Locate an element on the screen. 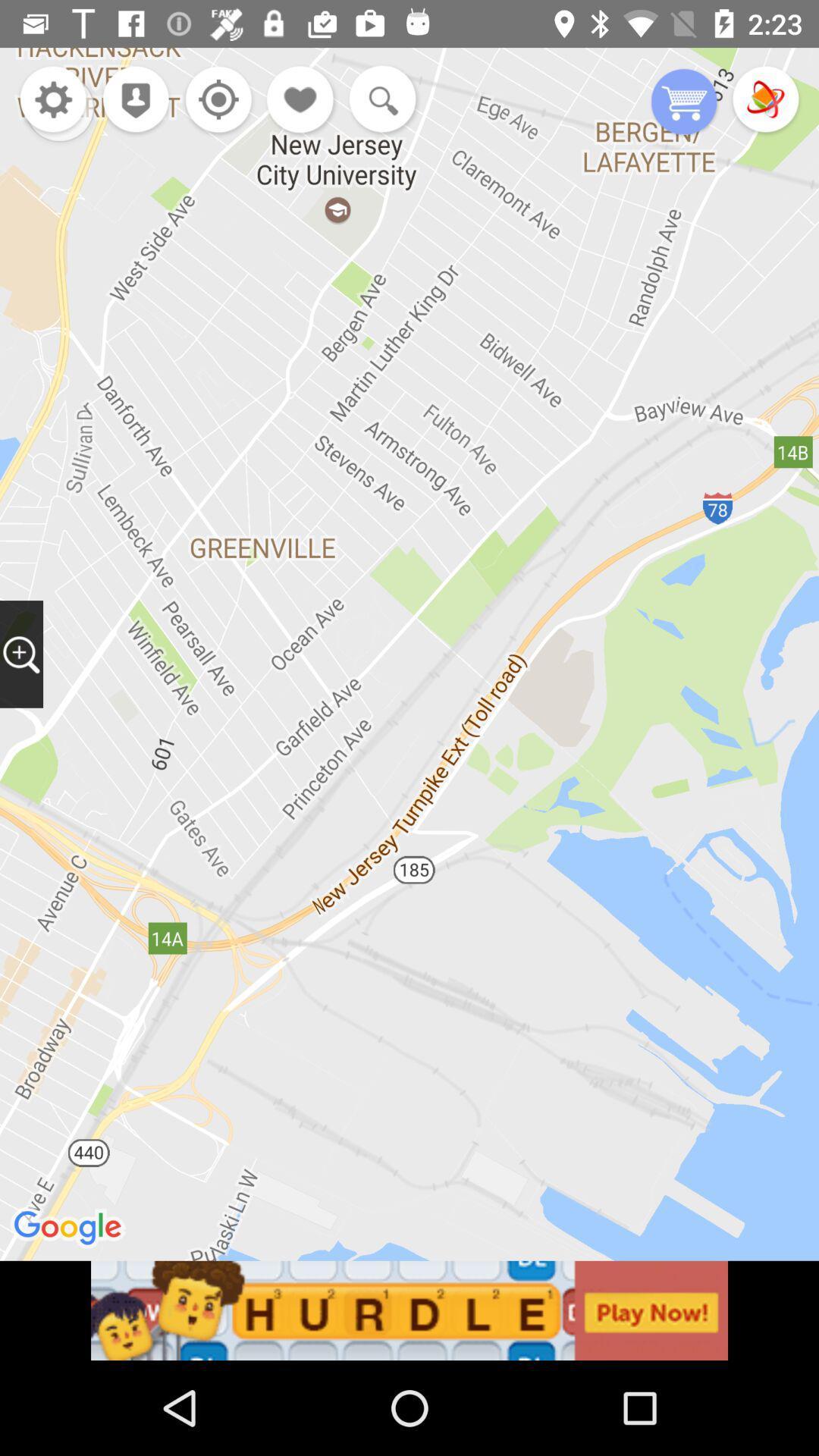  shopping cart is located at coordinates (684, 102).